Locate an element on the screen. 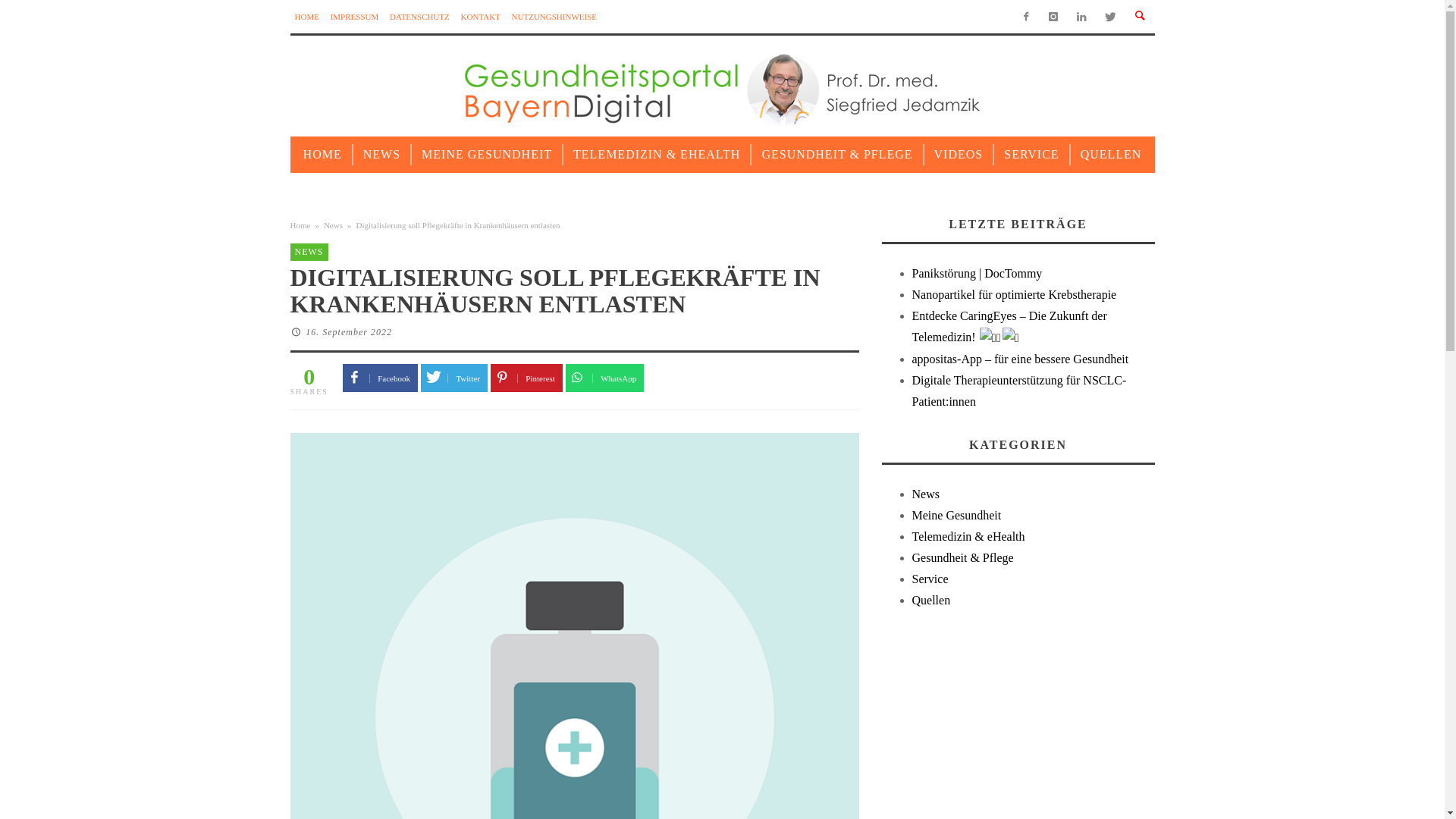  'Pinterest' is located at coordinates (526, 377).